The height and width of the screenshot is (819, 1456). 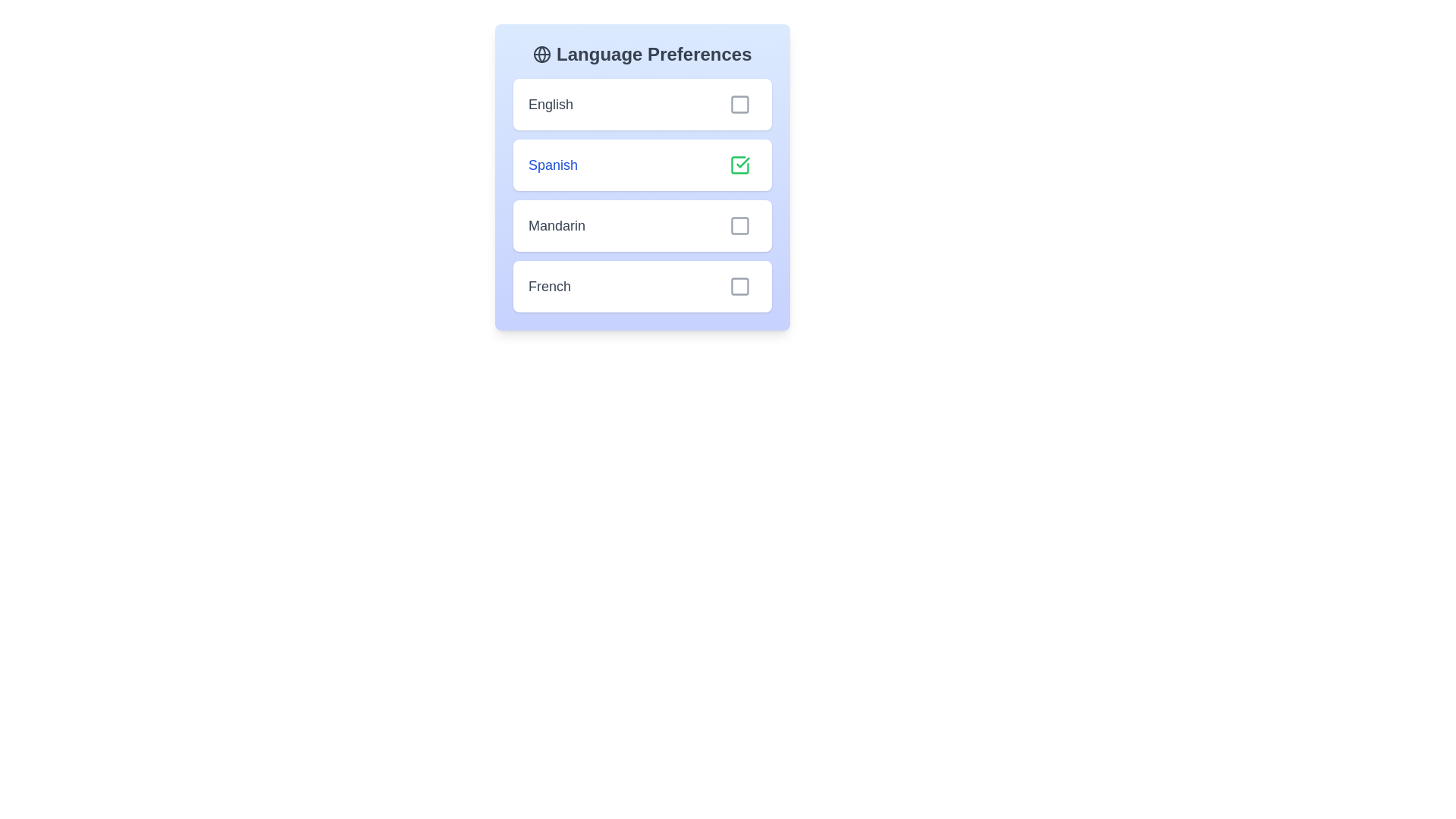 What do you see at coordinates (739, 287) in the screenshot?
I see `the unfilled square toggle button located to the right of the 'French' label` at bounding box center [739, 287].